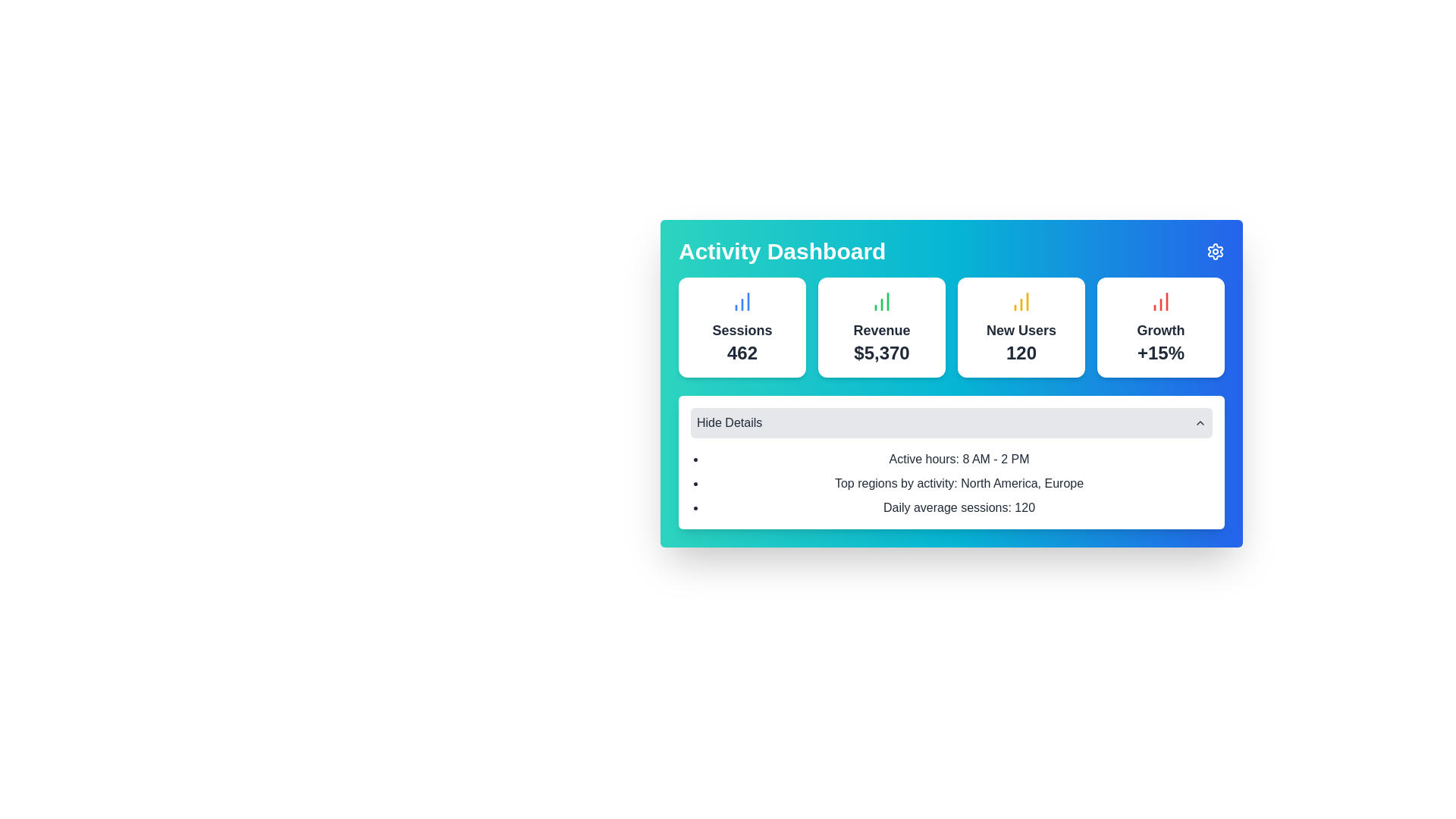 The image size is (1456, 819). What do you see at coordinates (742, 327) in the screenshot?
I see `the Informative display card displaying 'Sessions' with the value '462', which features a blue bar chart icon at the top and is the first card in a row of four cards` at bounding box center [742, 327].